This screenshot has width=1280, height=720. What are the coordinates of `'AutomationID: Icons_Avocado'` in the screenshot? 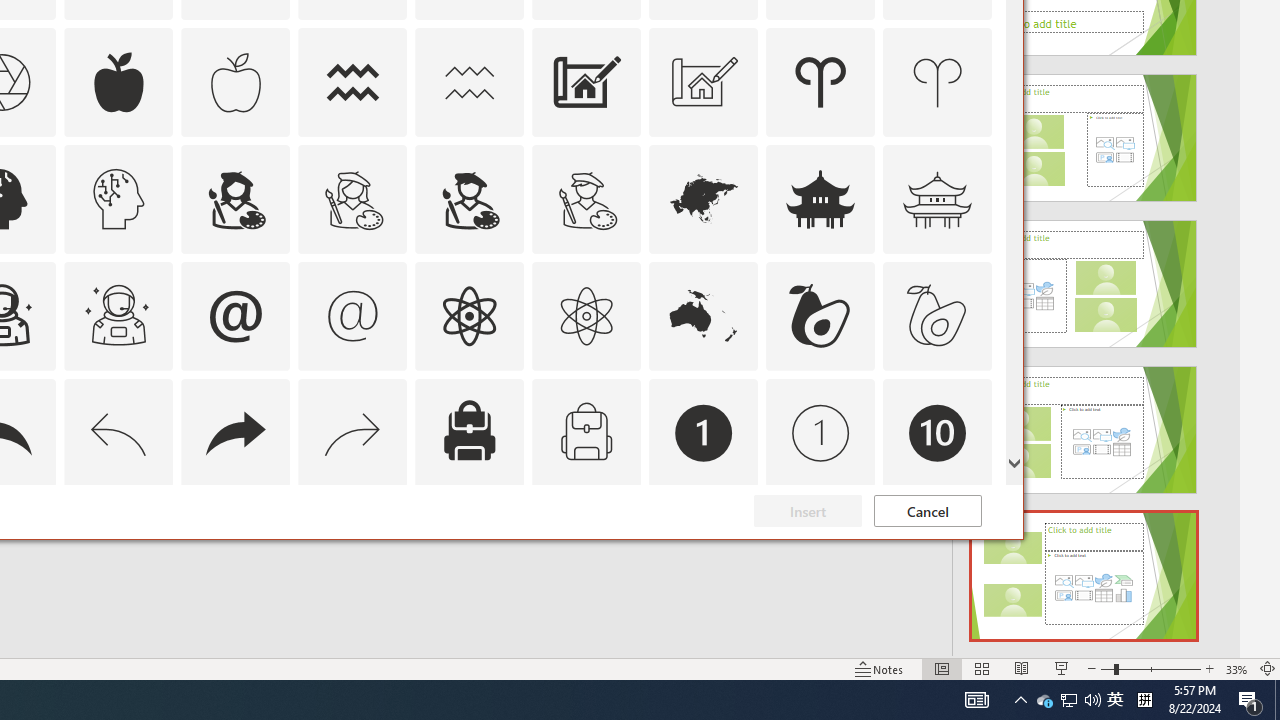 It's located at (821, 315).